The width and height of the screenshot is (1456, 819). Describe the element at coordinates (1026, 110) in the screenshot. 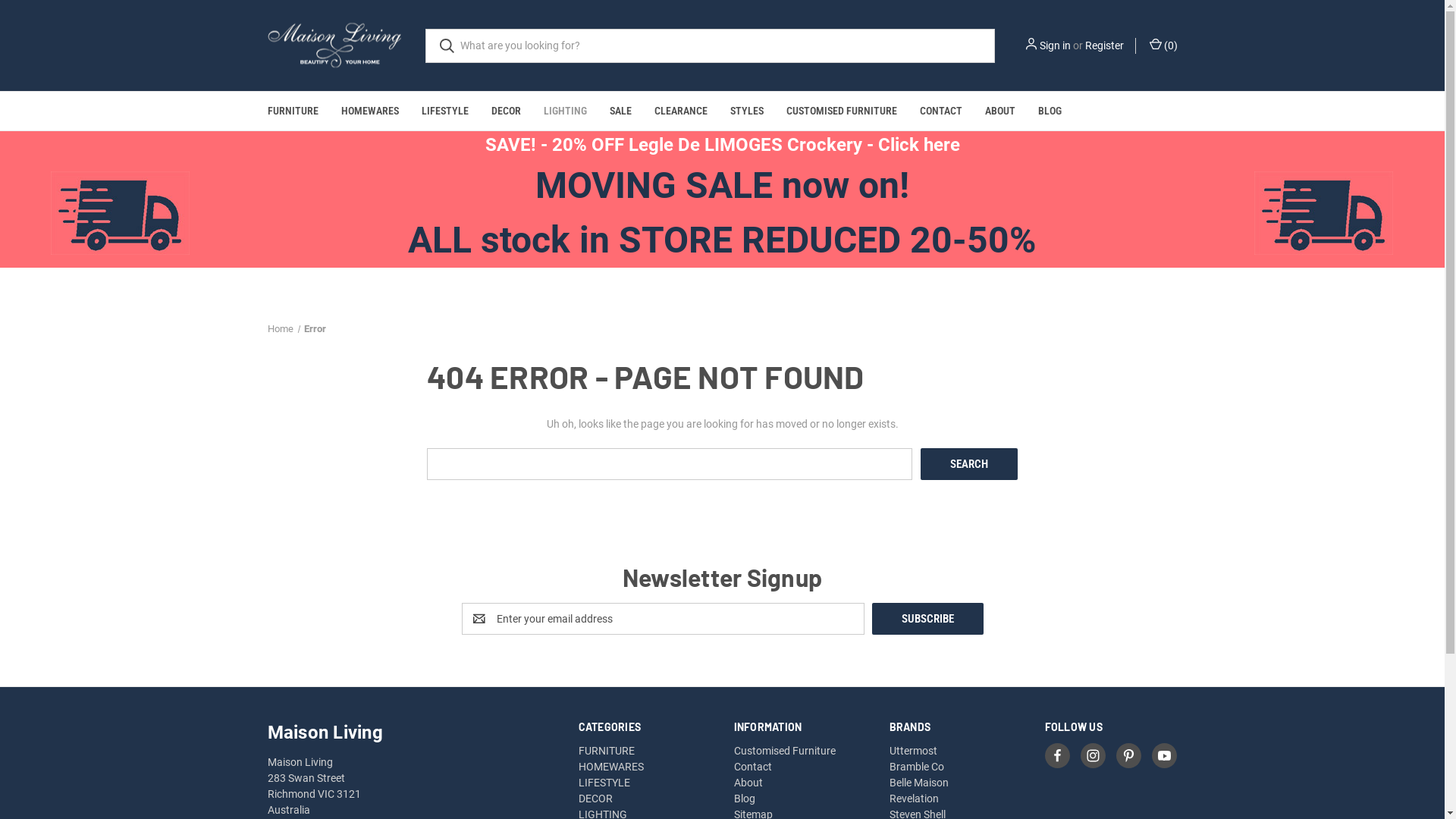

I see `'BLOG'` at that location.